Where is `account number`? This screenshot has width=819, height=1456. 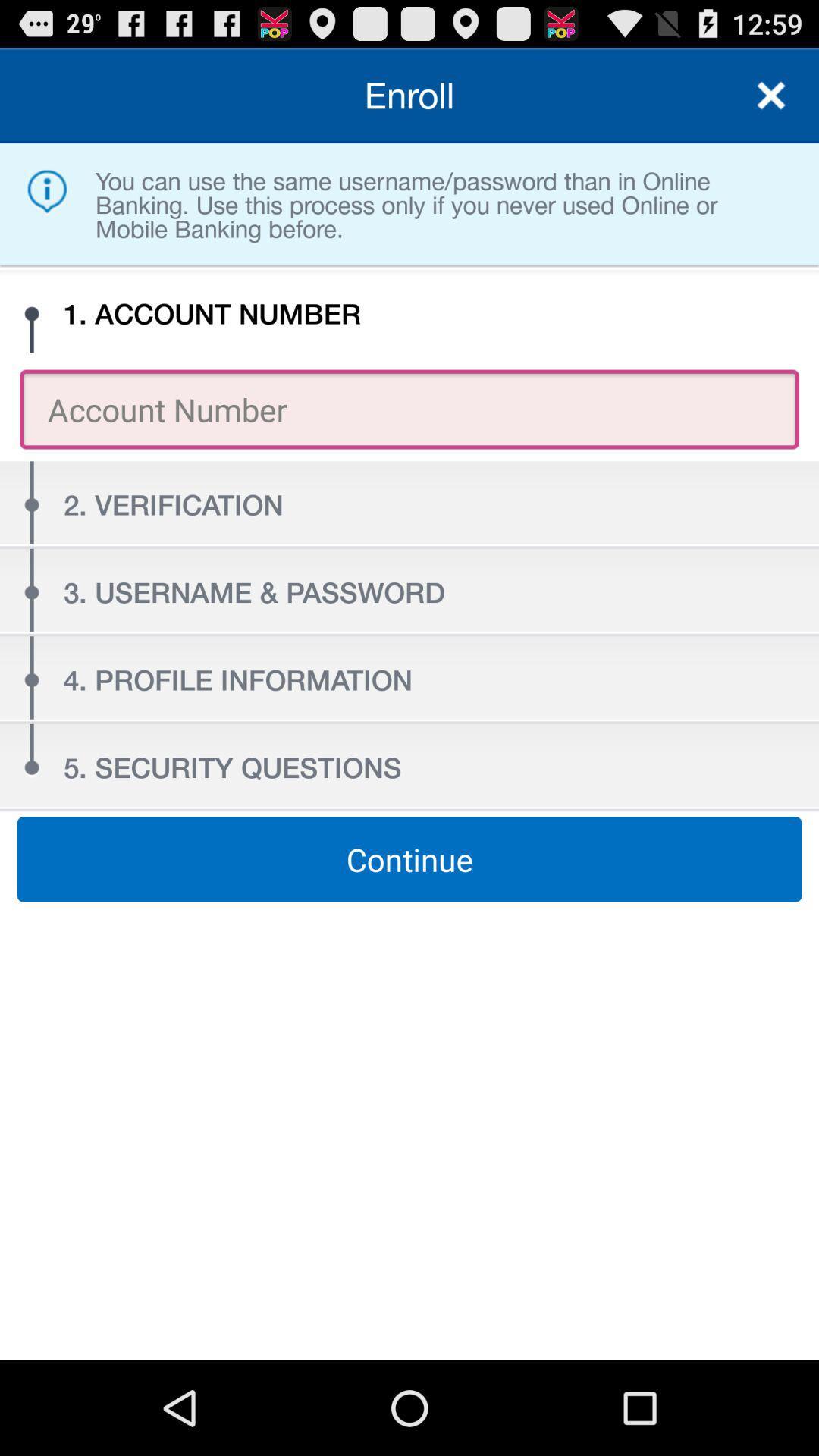
account number is located at coordinates (771, 94).